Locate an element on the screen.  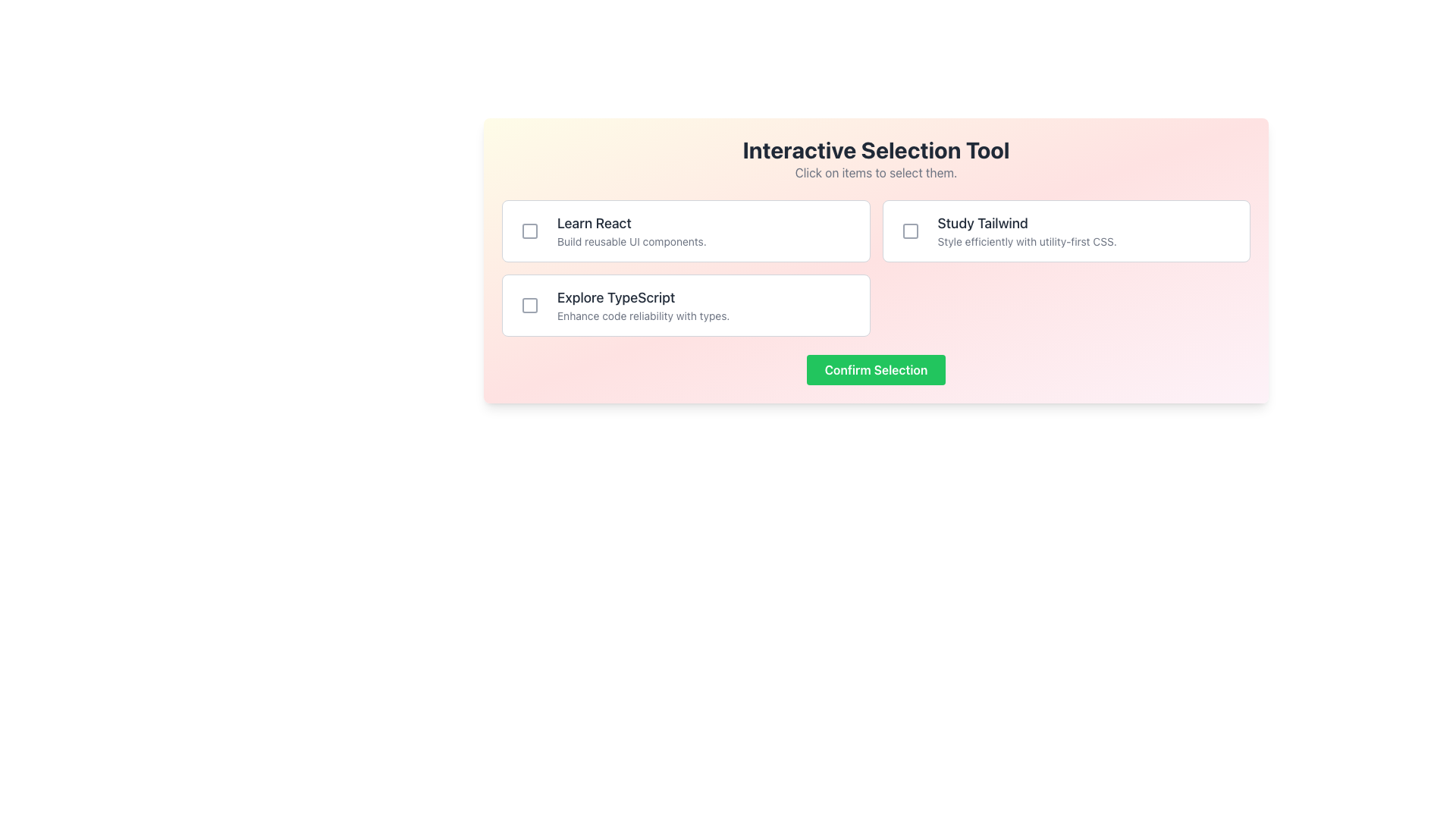
the selectable card with a checkbox located in the top-left corner of the grid layout is located at coordinates (685, 231).